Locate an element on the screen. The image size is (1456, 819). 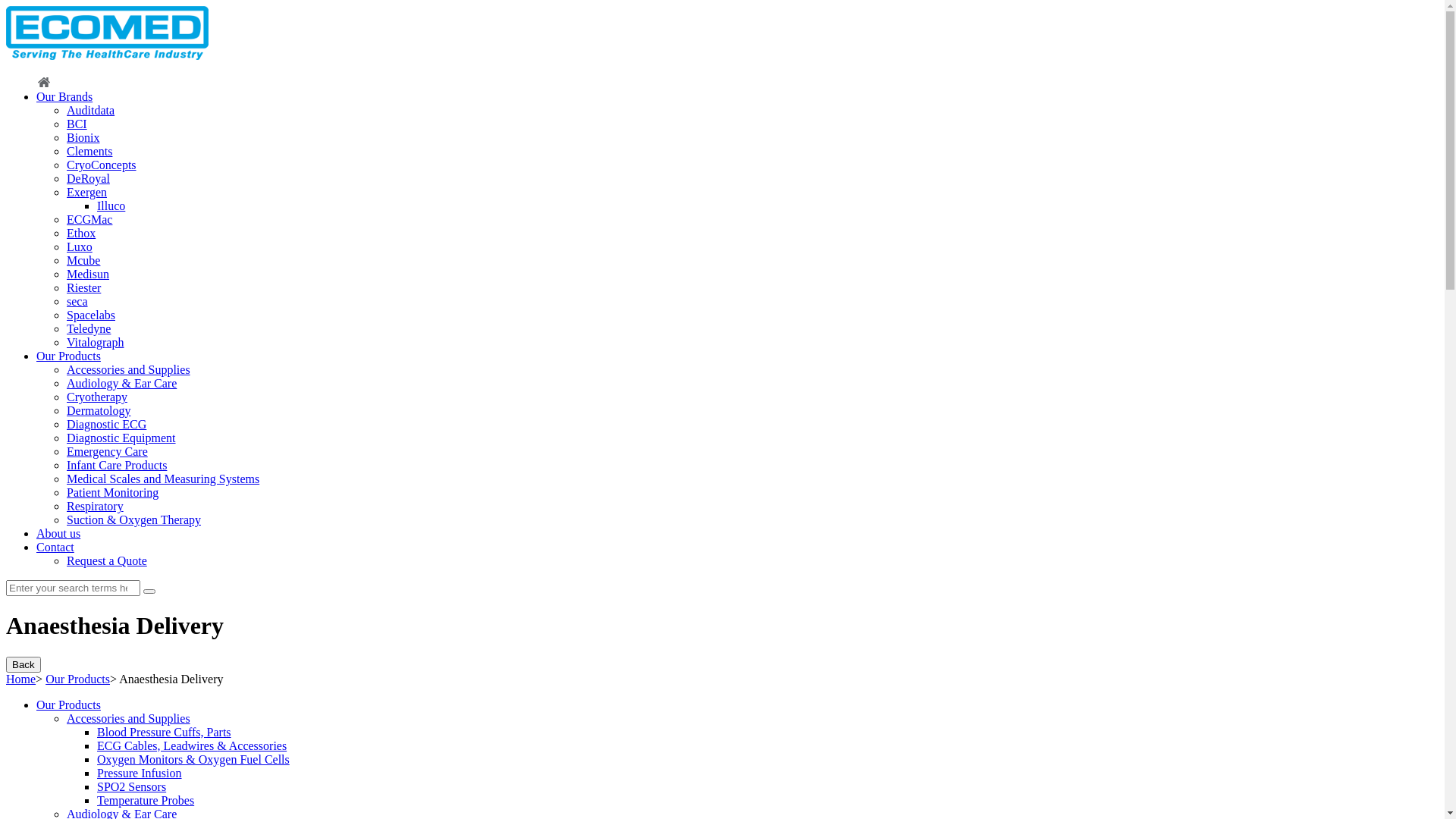
'Teledyne' is located at coordinates (87, 328).